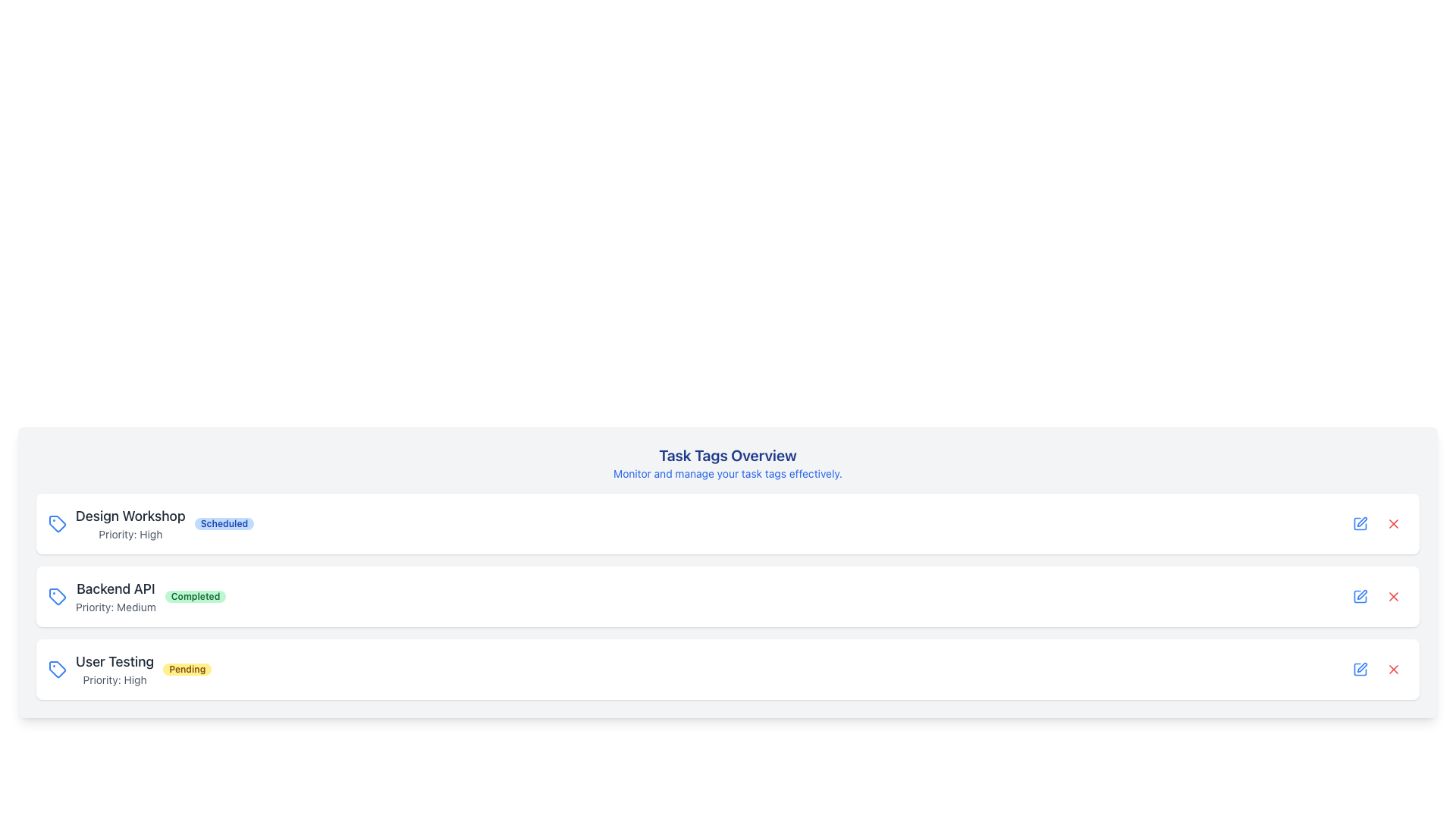 The height and width of the screenshot is (819, 1456). What do you see at coordinates (1394, 669) in the screenshot?
I see `the 'X' icon located to the right of the 'User Testing' row` at bounding box center [1394, 669].